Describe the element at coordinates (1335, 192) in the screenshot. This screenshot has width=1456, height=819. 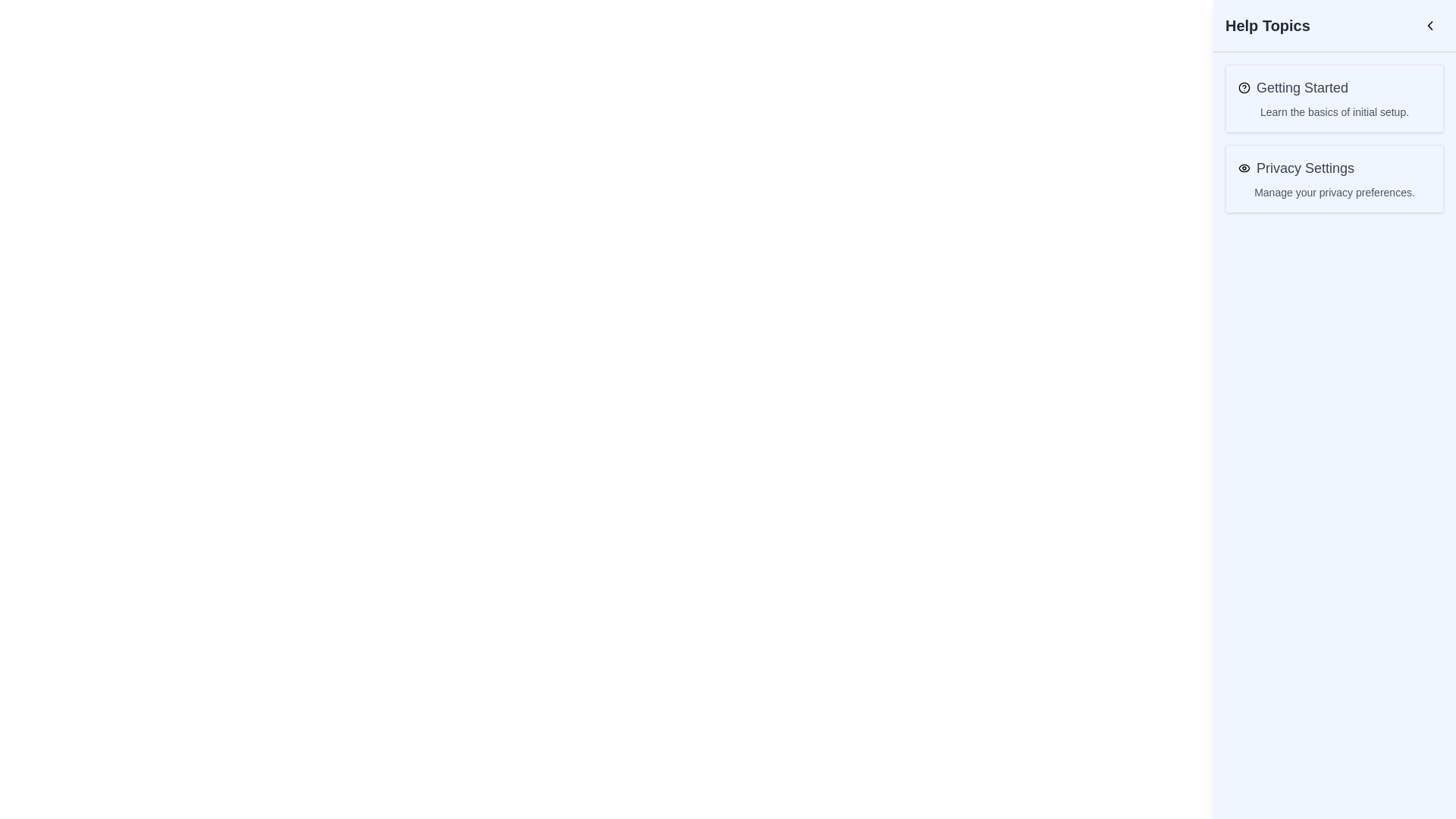
I see `the text block that reads 'Manage your privacy preferences.' which is located beneath the 'Privacy Settings' heading` at that location.